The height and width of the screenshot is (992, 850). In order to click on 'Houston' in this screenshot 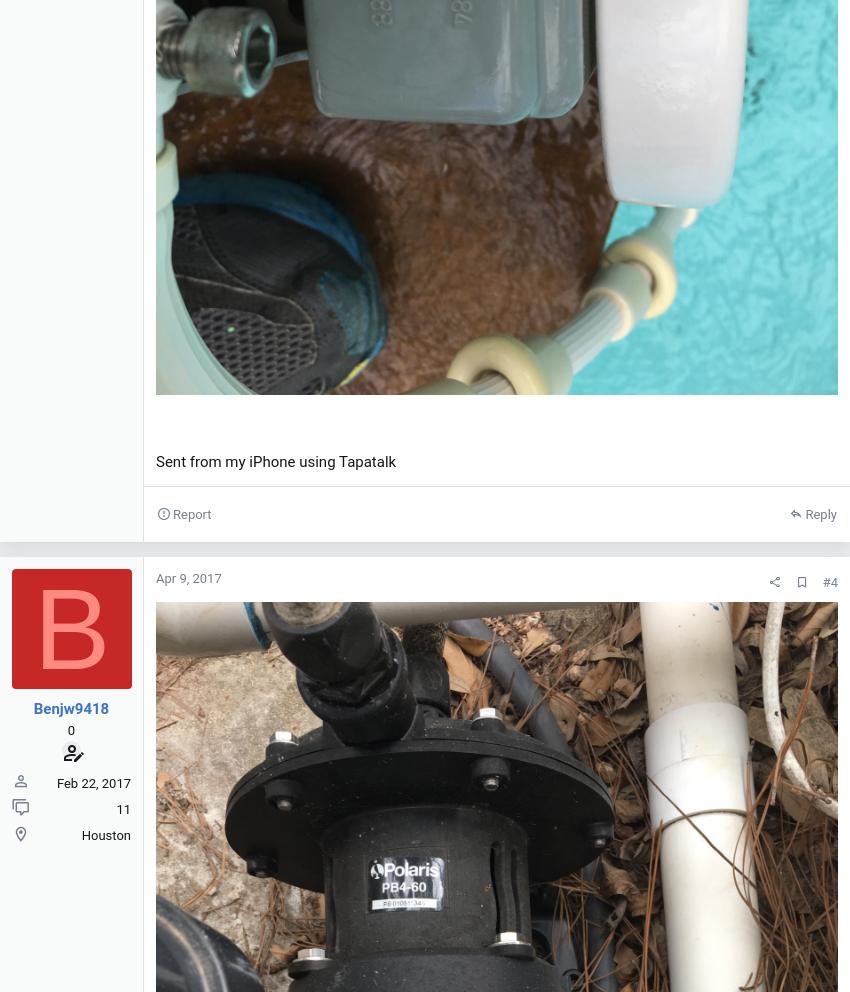, I will do `click(104, 834)`.